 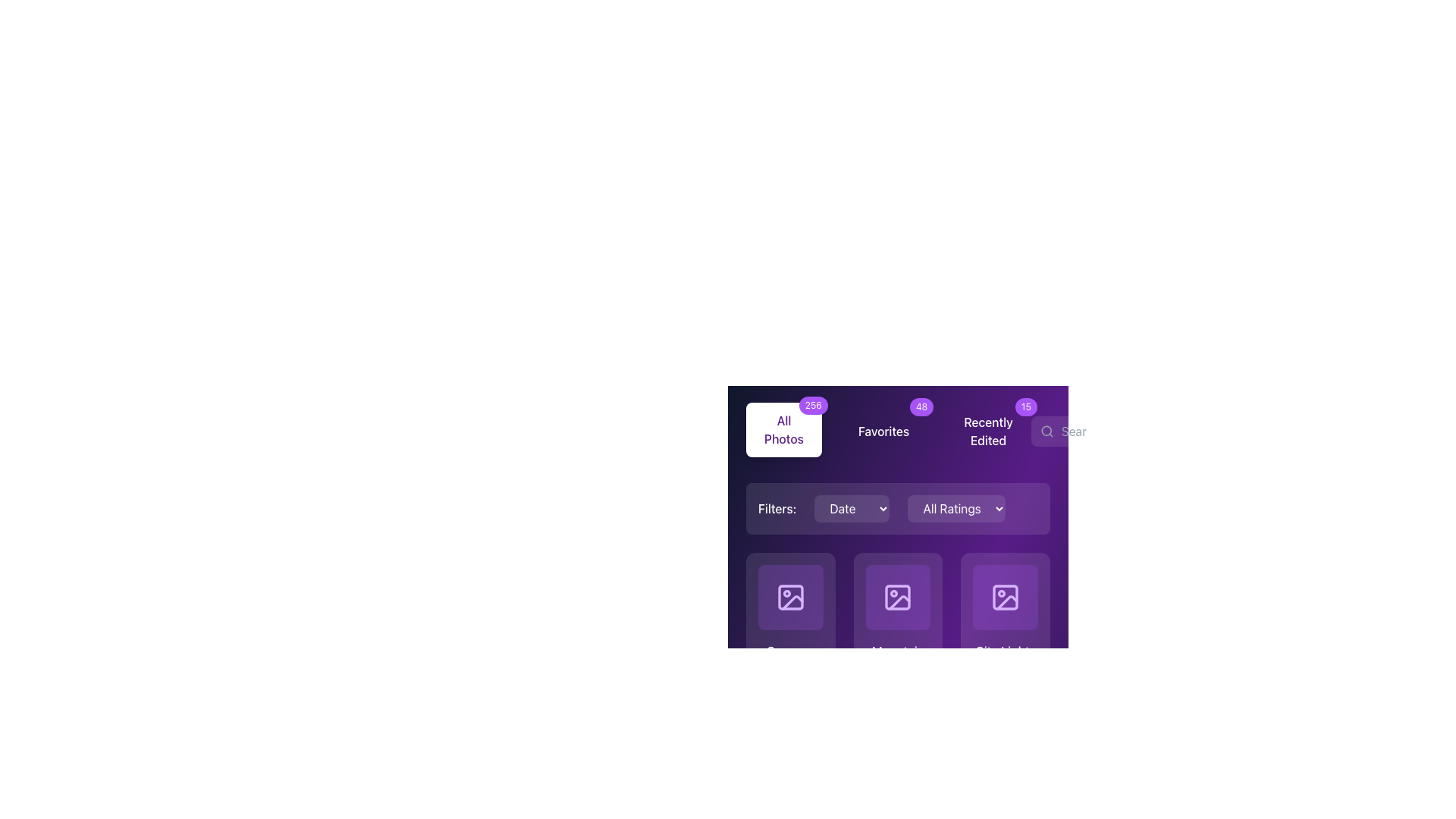 I want to click on the navigational button located in the top-left section of the interface that redirects to the page displaying all photos, indicated by the '256' badge, so click(x=783, y=430).